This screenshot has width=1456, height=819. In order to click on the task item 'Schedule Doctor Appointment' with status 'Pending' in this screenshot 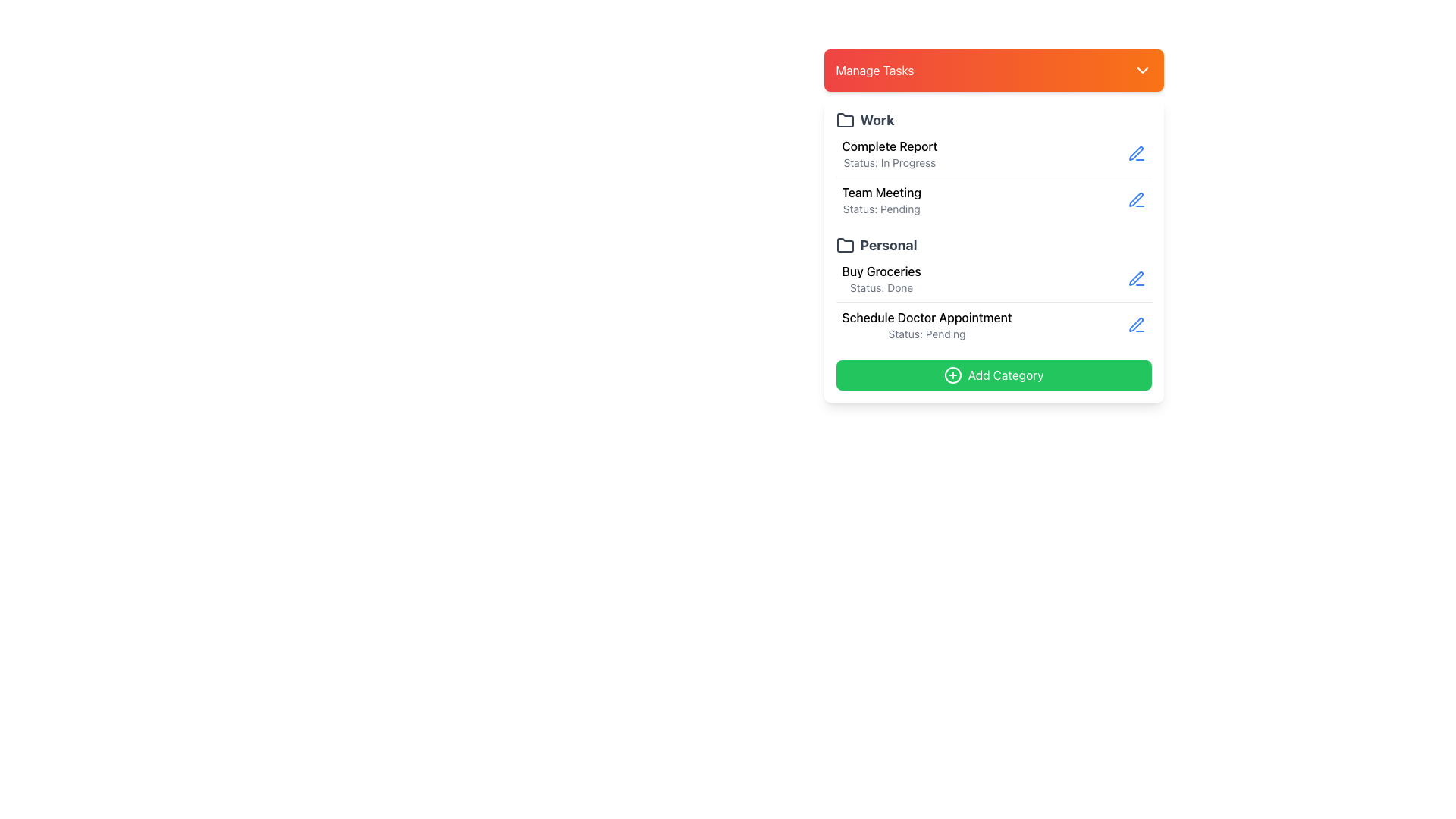, I will do `click(993, 324)`.